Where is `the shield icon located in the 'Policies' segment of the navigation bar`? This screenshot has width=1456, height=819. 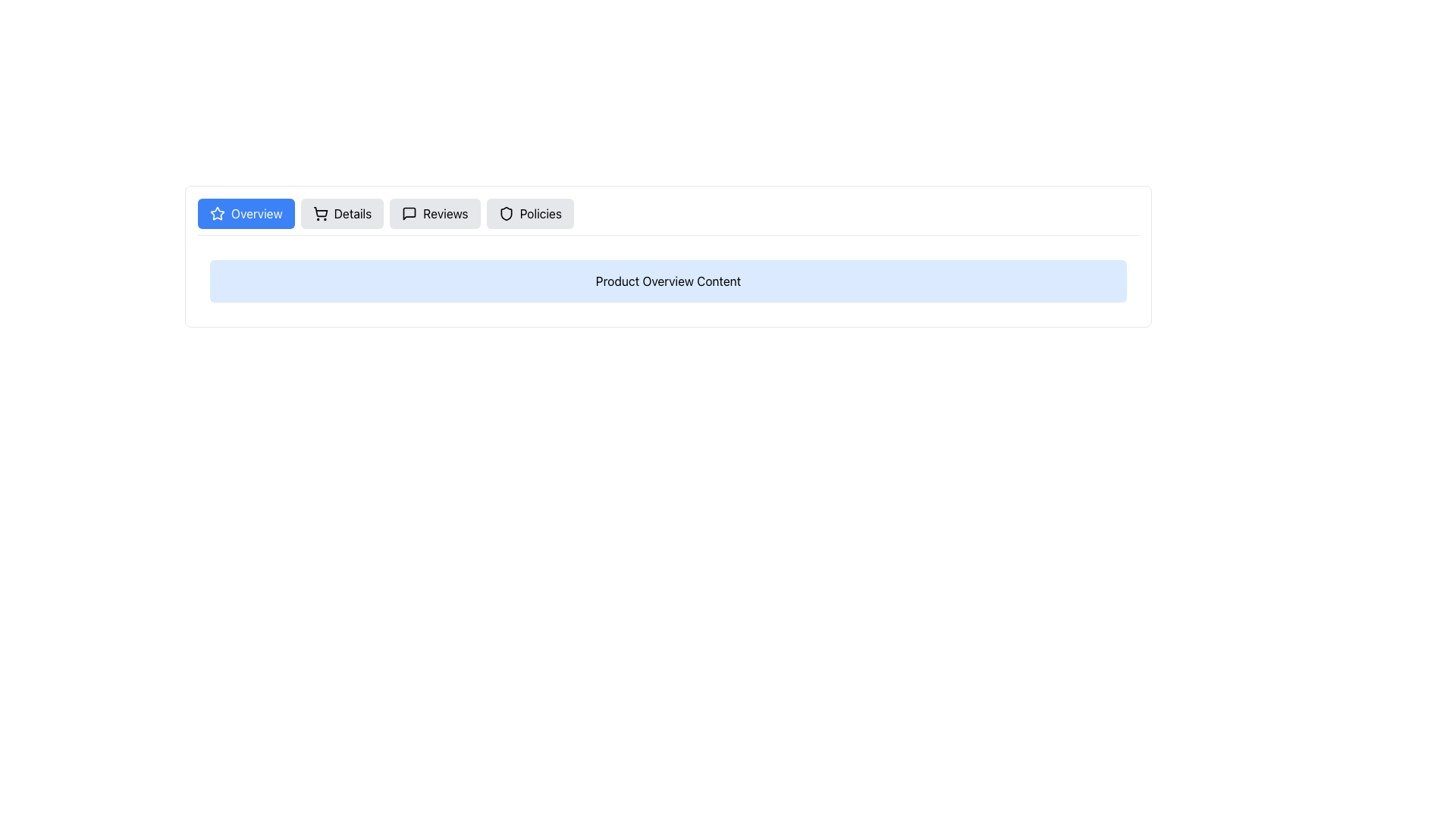
the shield icon located in the 'Policies' segment of the navigation bar is located at coordinates (506, 213).